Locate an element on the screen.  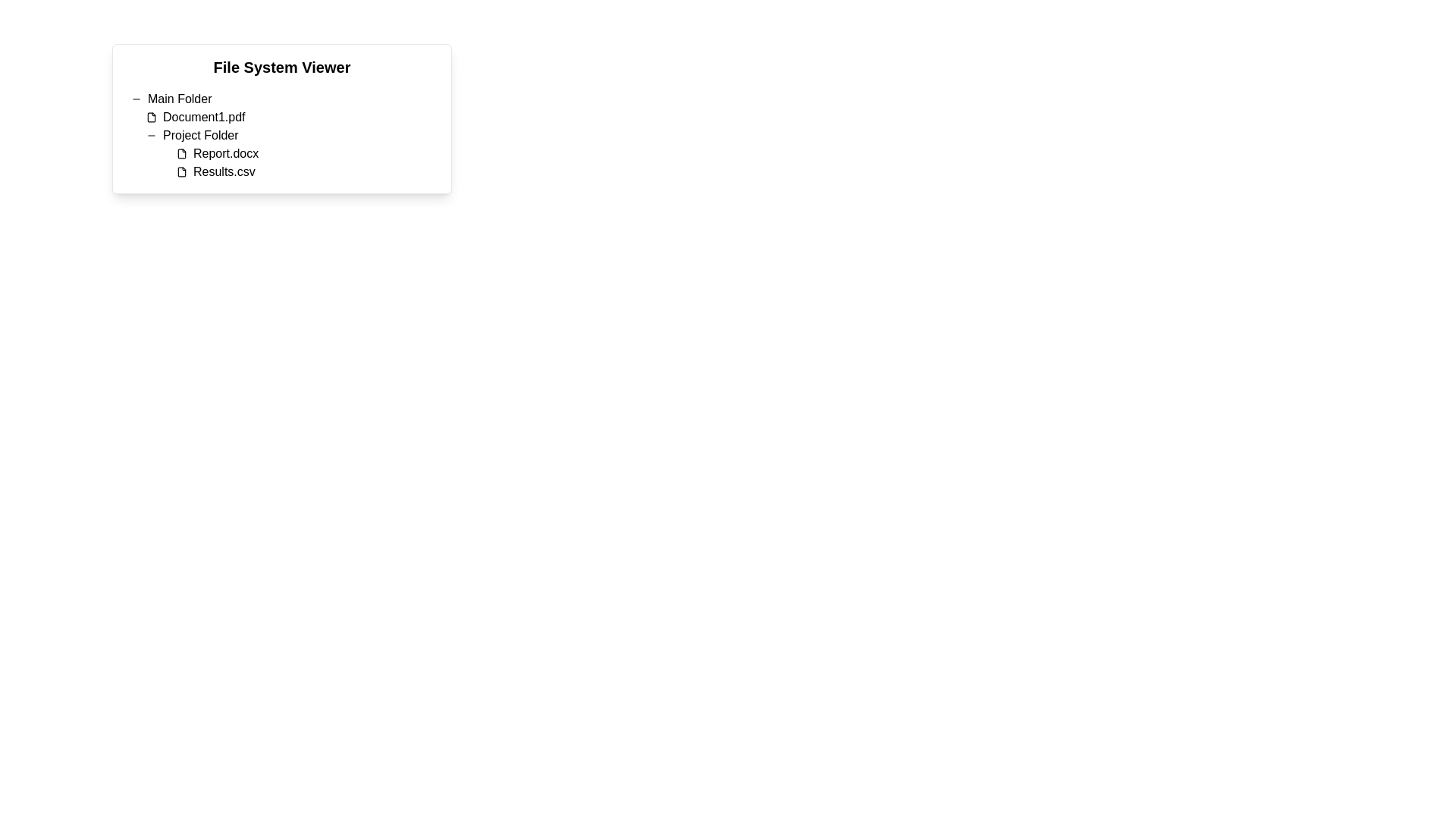
the text label representing the file titled 'Document1.pdf' is located at coordinates (203, 116).